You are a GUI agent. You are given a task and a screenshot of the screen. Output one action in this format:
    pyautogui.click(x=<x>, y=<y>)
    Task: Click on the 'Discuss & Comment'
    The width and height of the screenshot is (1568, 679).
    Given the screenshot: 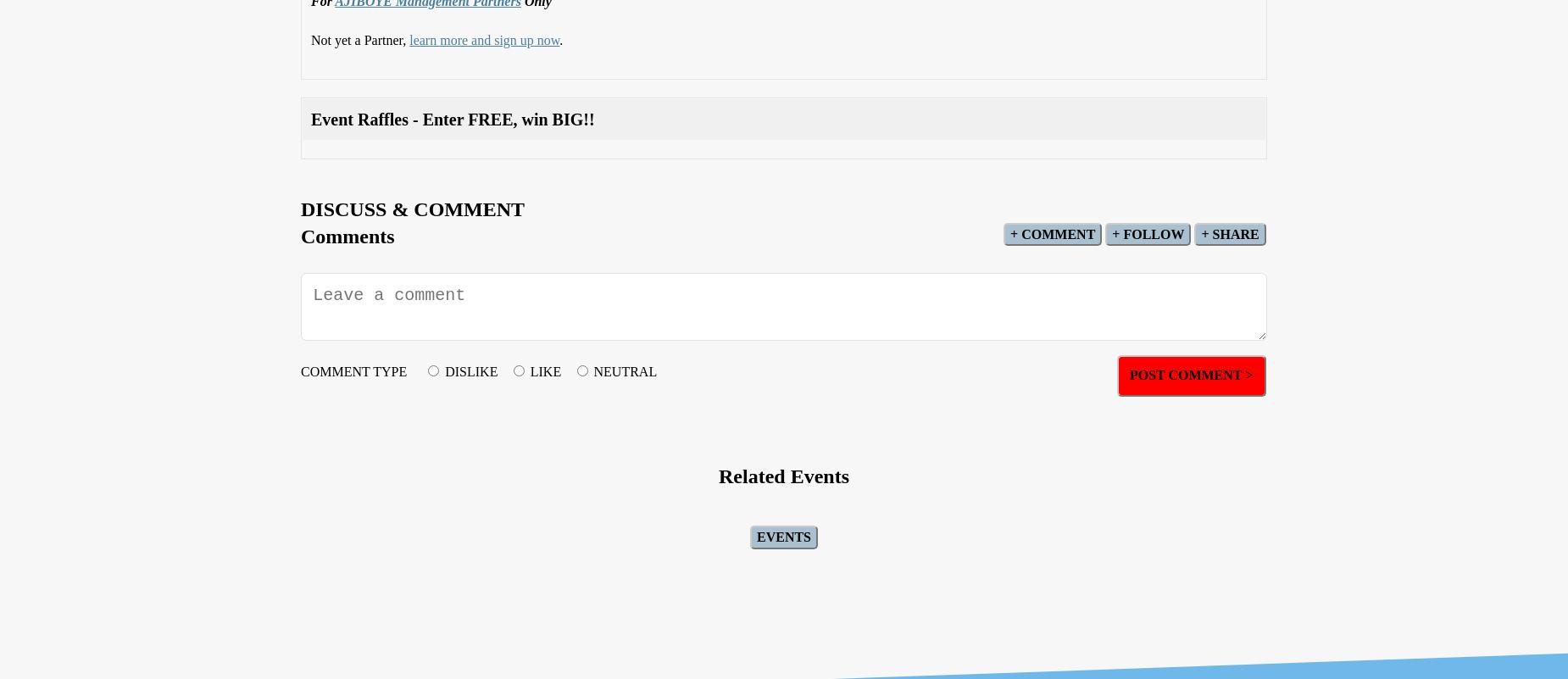 What is the action you would take?
    pyautogui.click(x=412, y=208)
    